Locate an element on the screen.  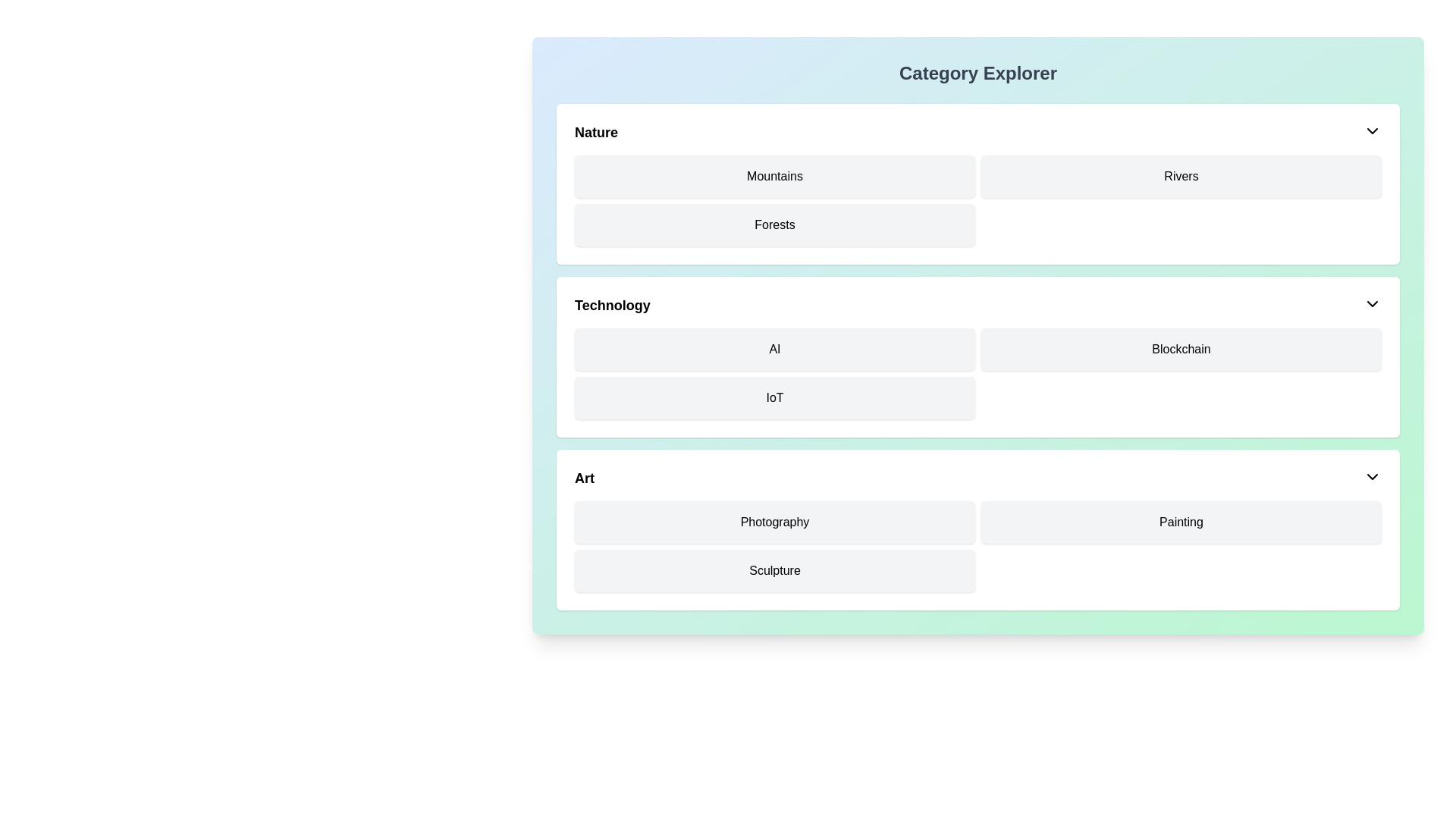
the 'Forests' label/button in the second row of the 'Nature' section is located at coordinates (775, 225).